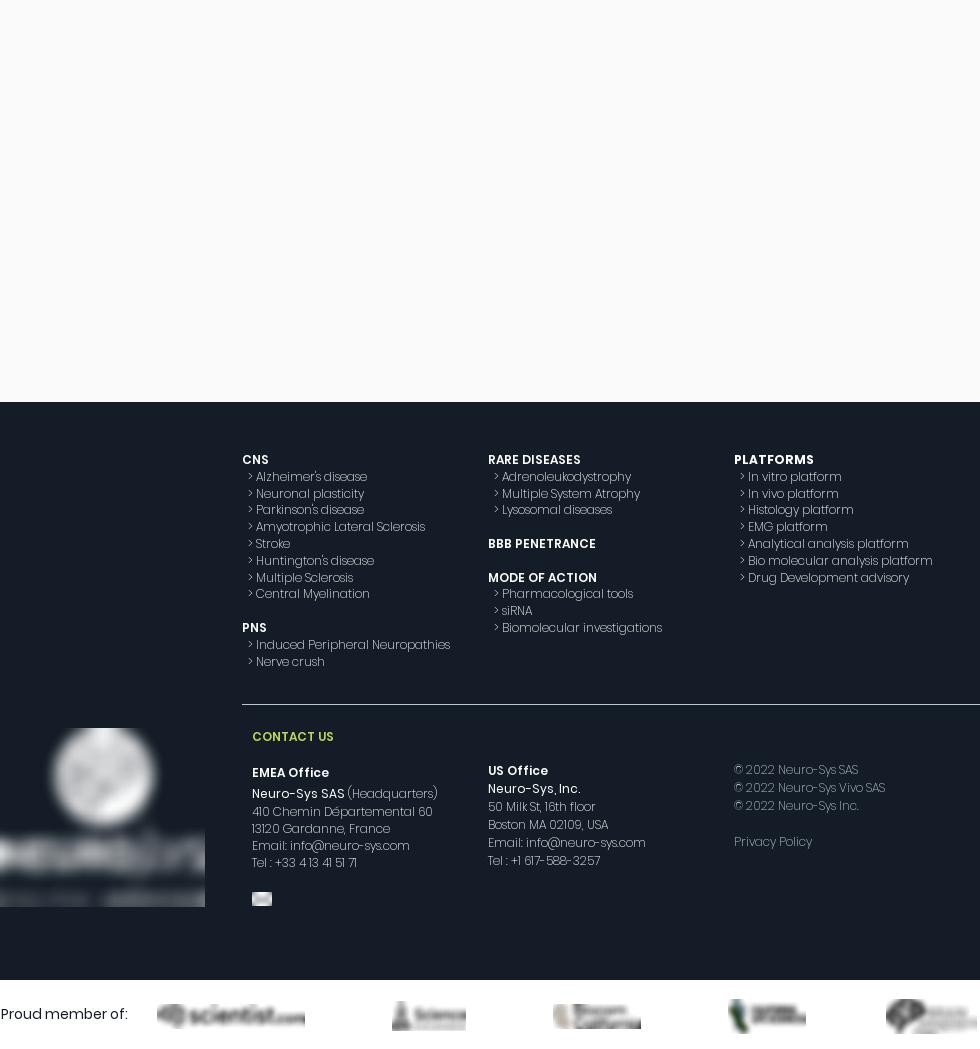  What do you see at coordinates (321, 827) in the screenshot?
I see `'13120 Gardanne, France'` at bounding box center [321, 827].